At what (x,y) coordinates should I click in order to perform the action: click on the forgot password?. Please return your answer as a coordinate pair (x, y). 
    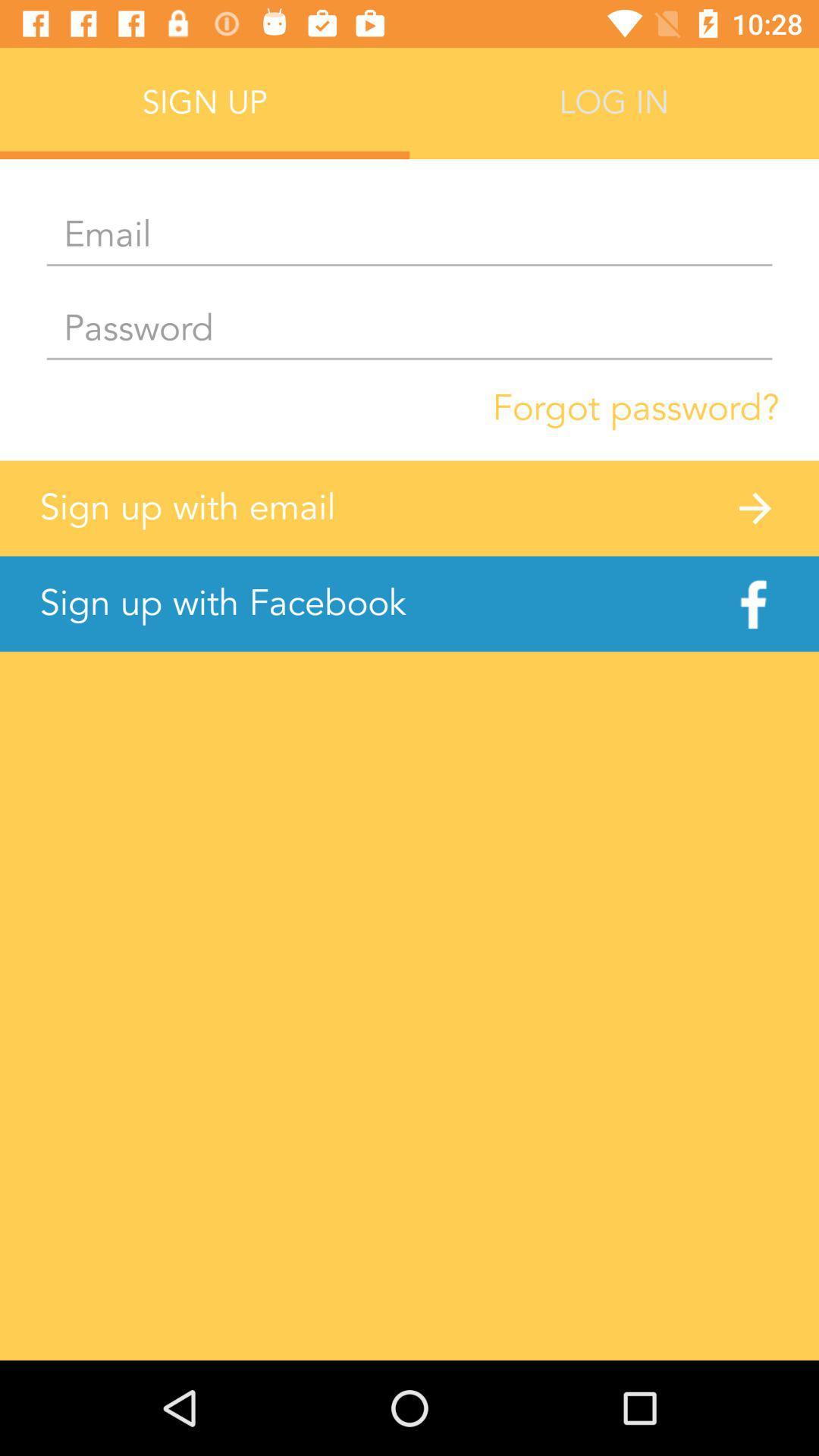
    Looking at the image, I should click on (635, 408).